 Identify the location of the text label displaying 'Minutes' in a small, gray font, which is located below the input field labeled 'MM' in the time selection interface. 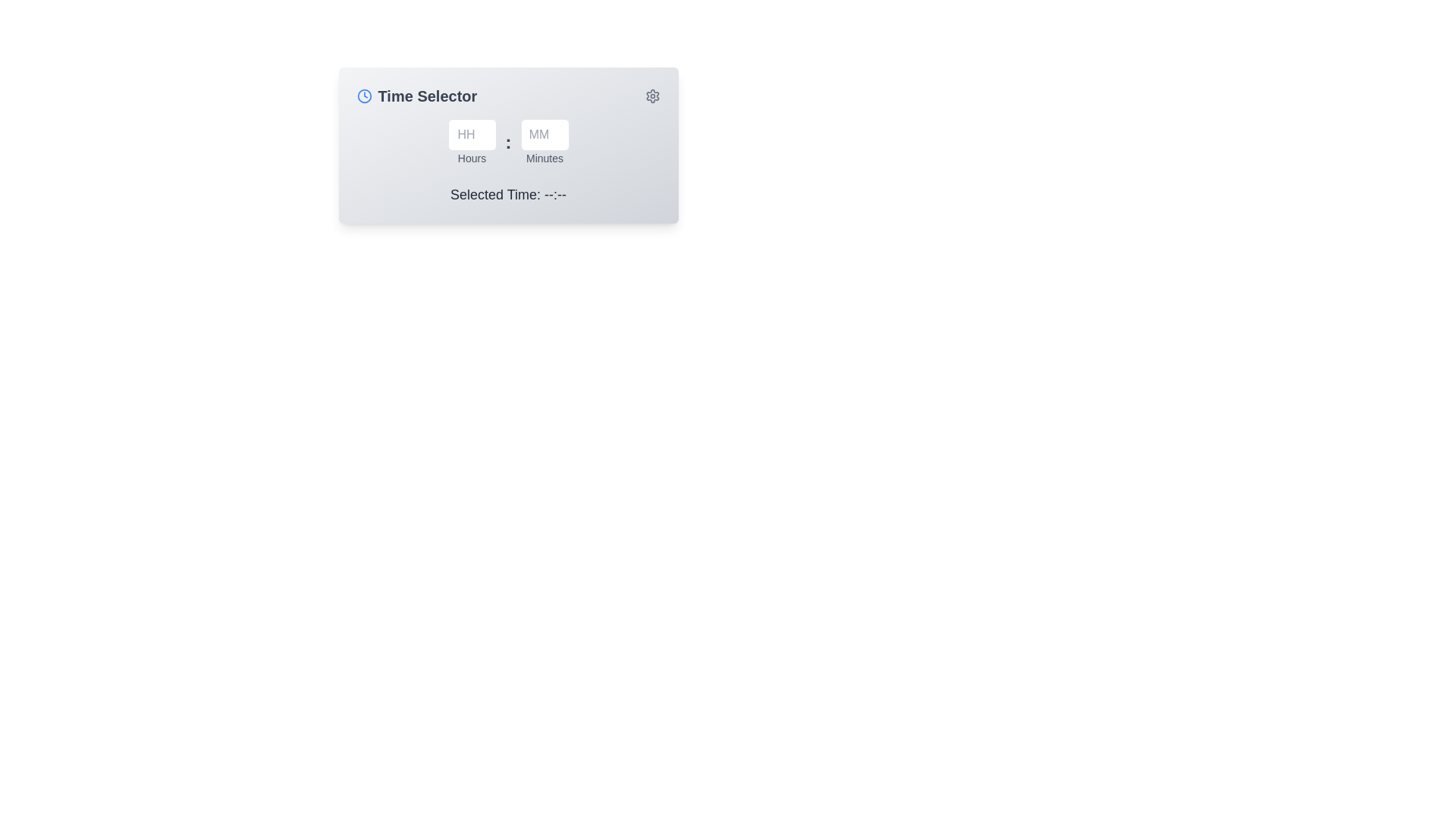
(544, 158).